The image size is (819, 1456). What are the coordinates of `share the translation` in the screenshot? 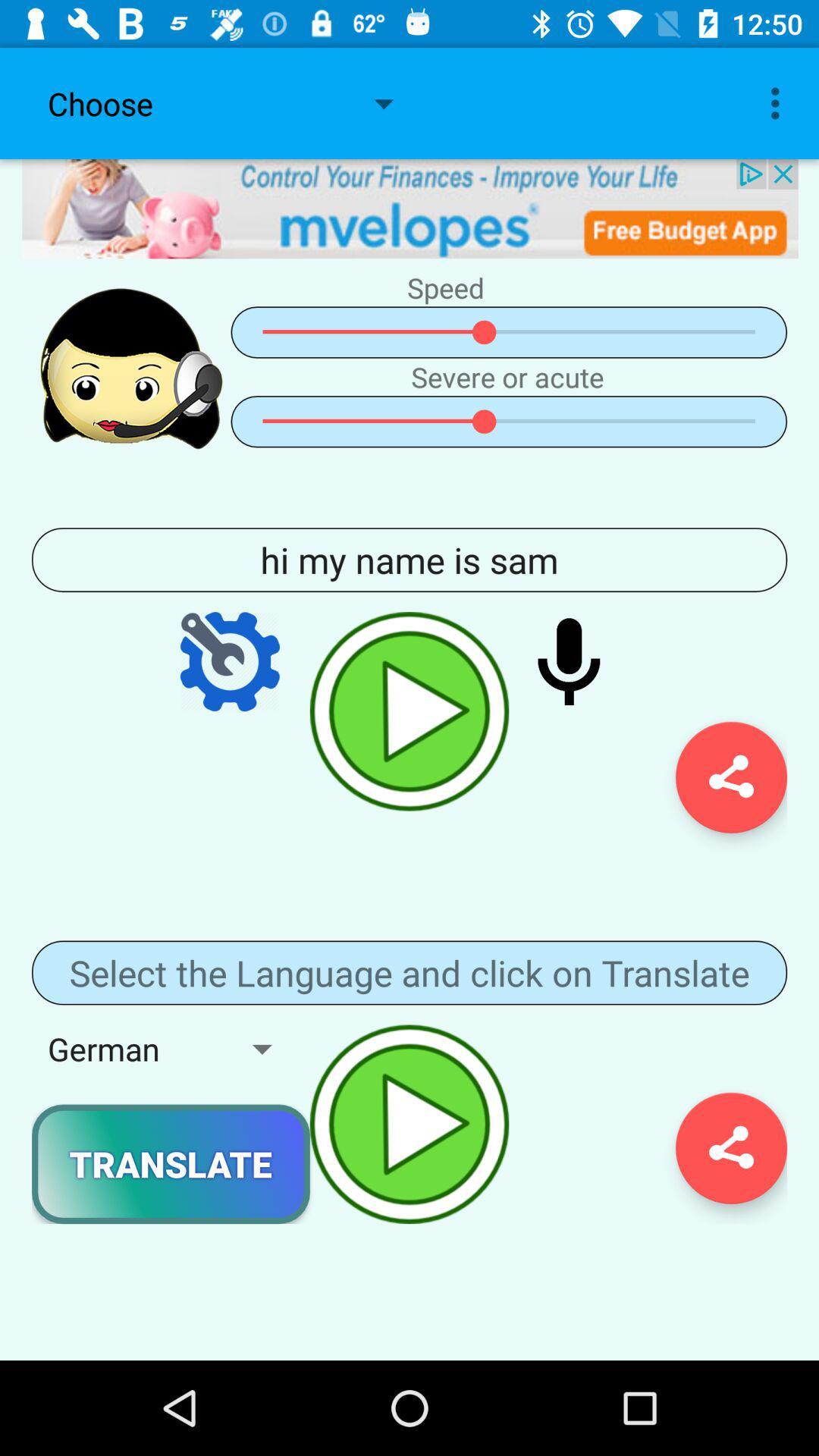 It's located at (730, 1148).